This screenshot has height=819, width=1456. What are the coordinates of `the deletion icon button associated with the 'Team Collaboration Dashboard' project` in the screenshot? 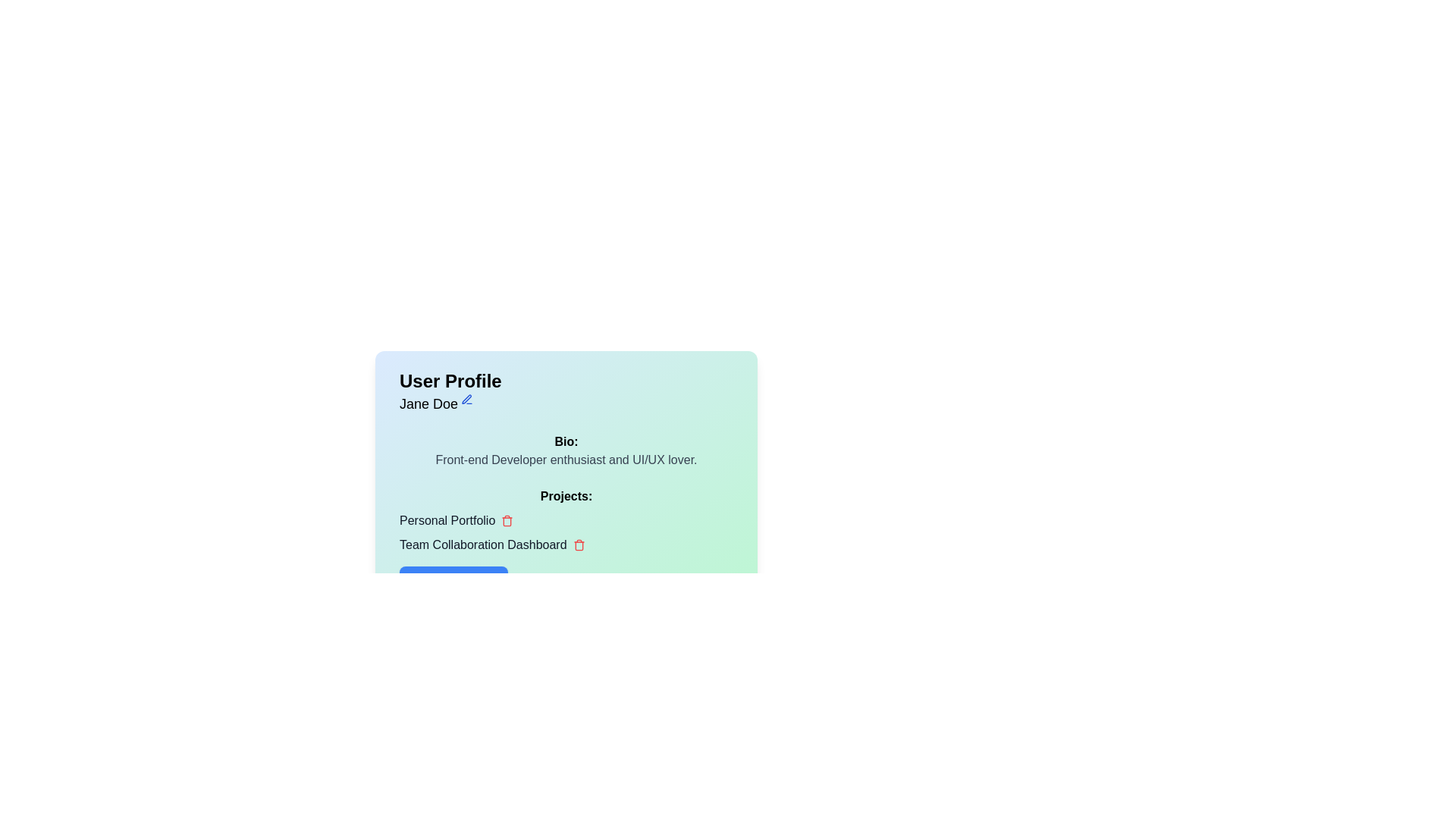 It's located at (578, 544).